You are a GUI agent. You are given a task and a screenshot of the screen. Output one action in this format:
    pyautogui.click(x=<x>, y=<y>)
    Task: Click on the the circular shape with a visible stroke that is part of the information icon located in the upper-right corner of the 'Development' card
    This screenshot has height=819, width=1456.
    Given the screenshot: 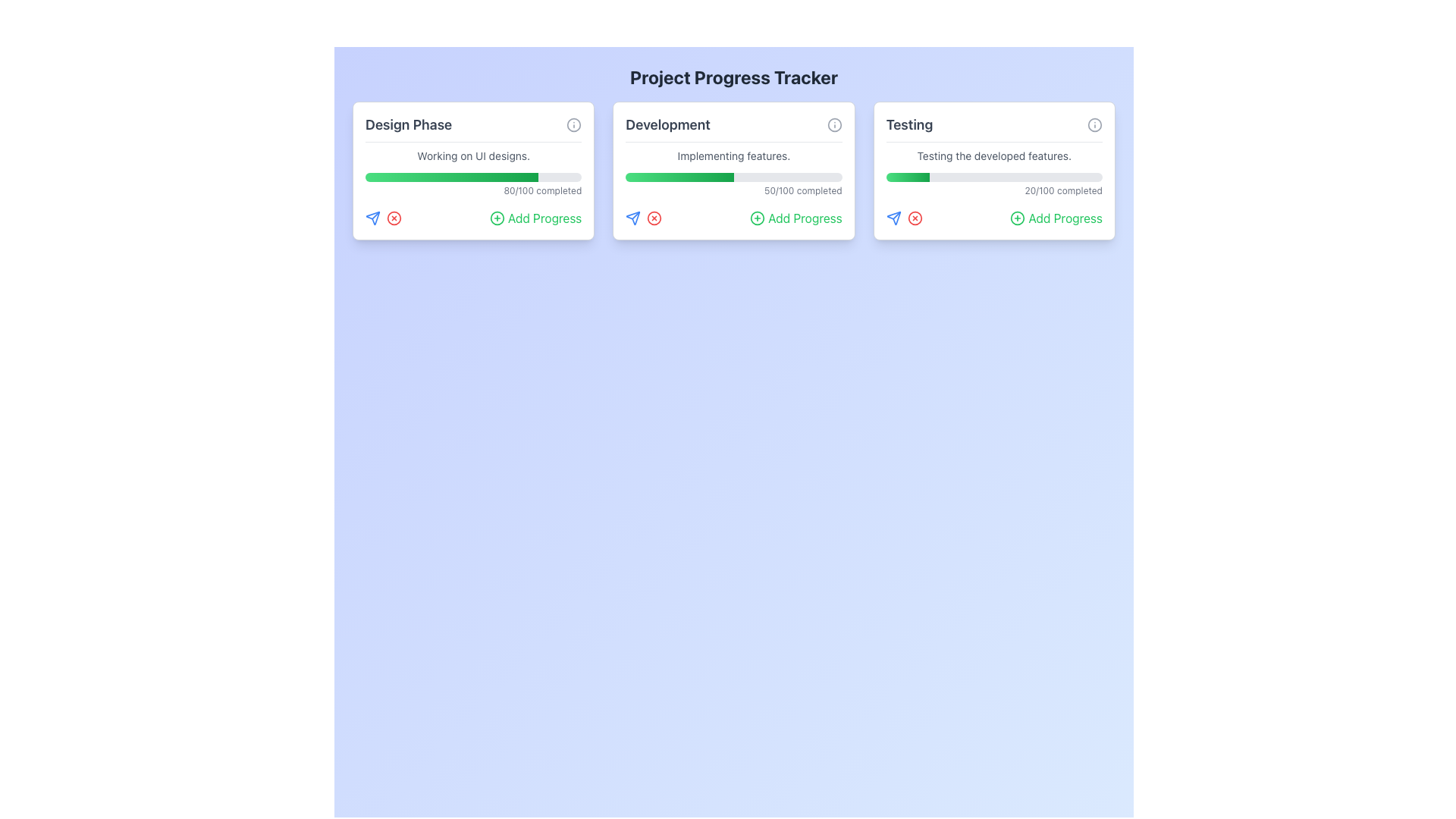 What is the action you would take?
    pyautogui.click(x=573, y=124)
    